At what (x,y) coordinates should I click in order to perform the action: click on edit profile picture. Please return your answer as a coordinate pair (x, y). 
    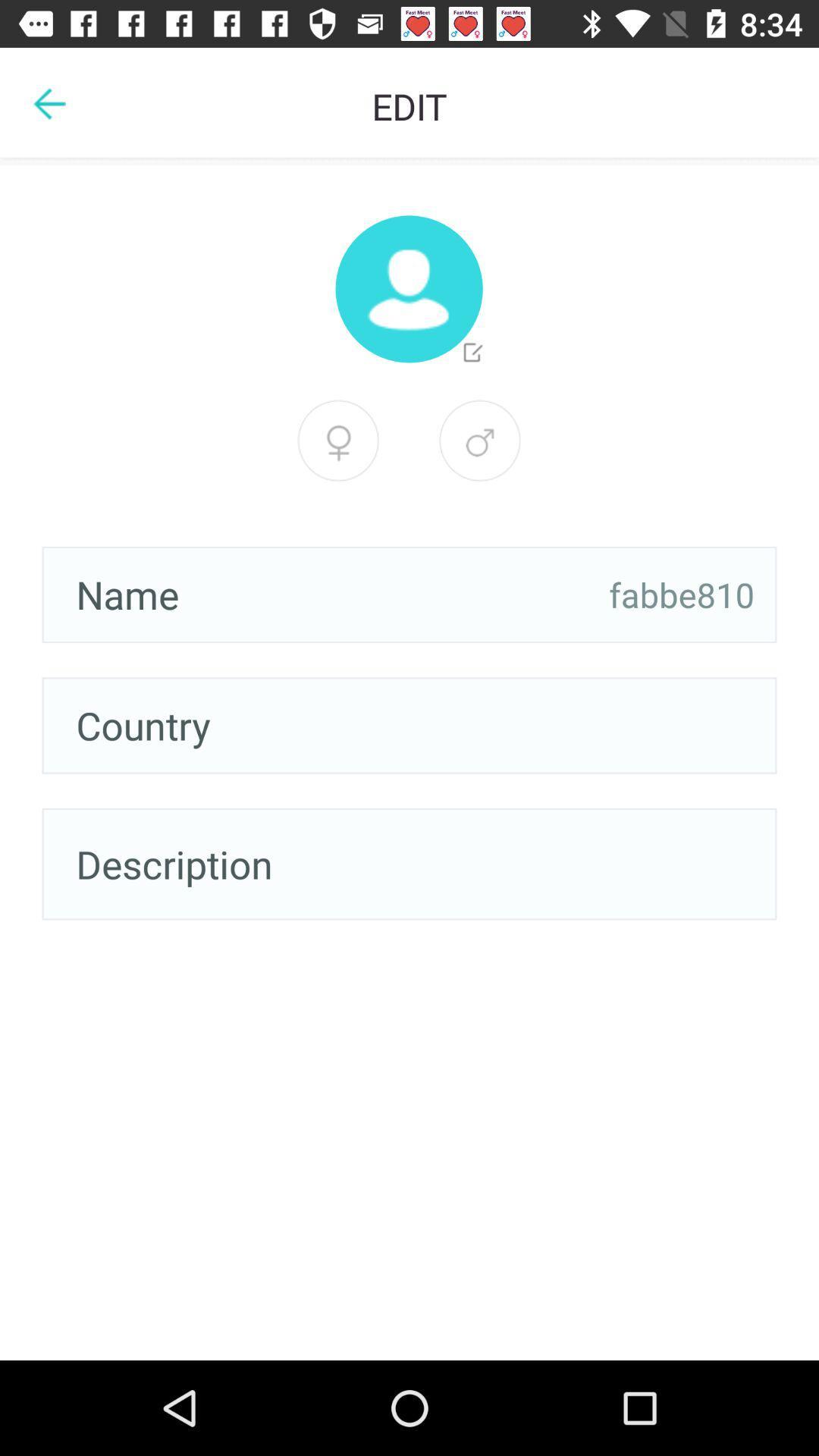
    Looking at the image, I should click on (408, 289).